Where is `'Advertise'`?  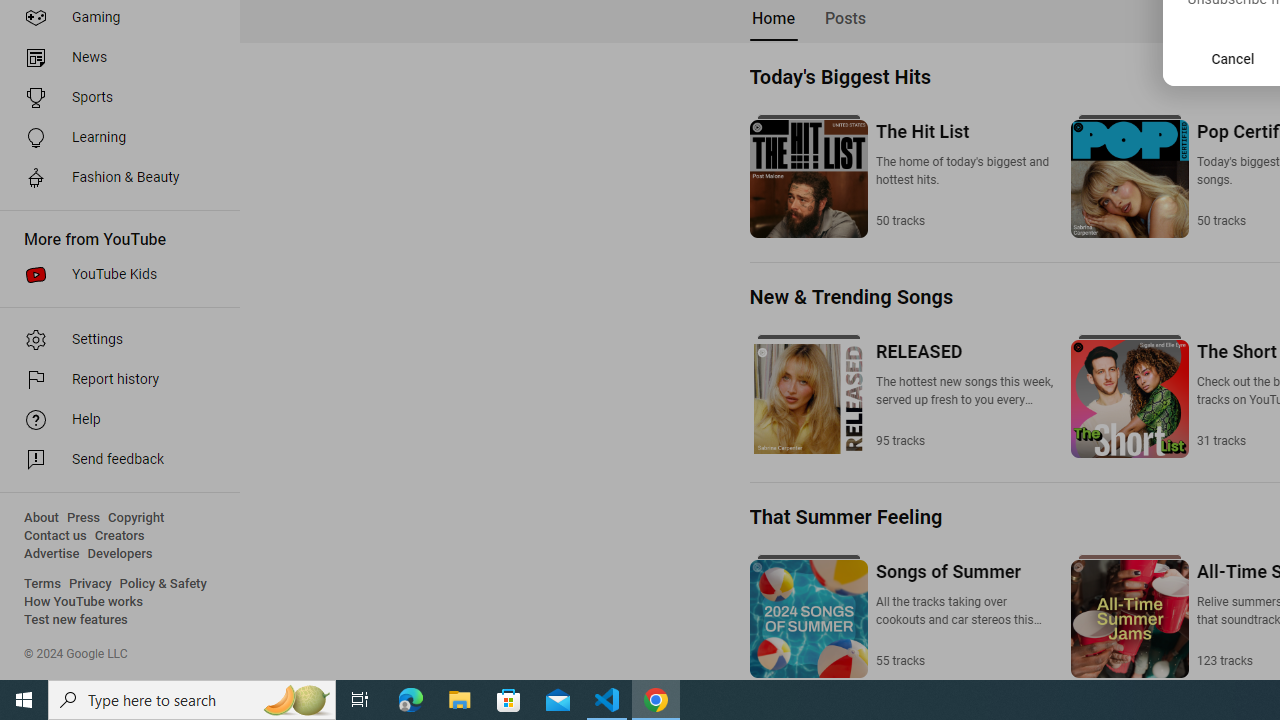
'Advertise' is located at coordinates (51, 554).